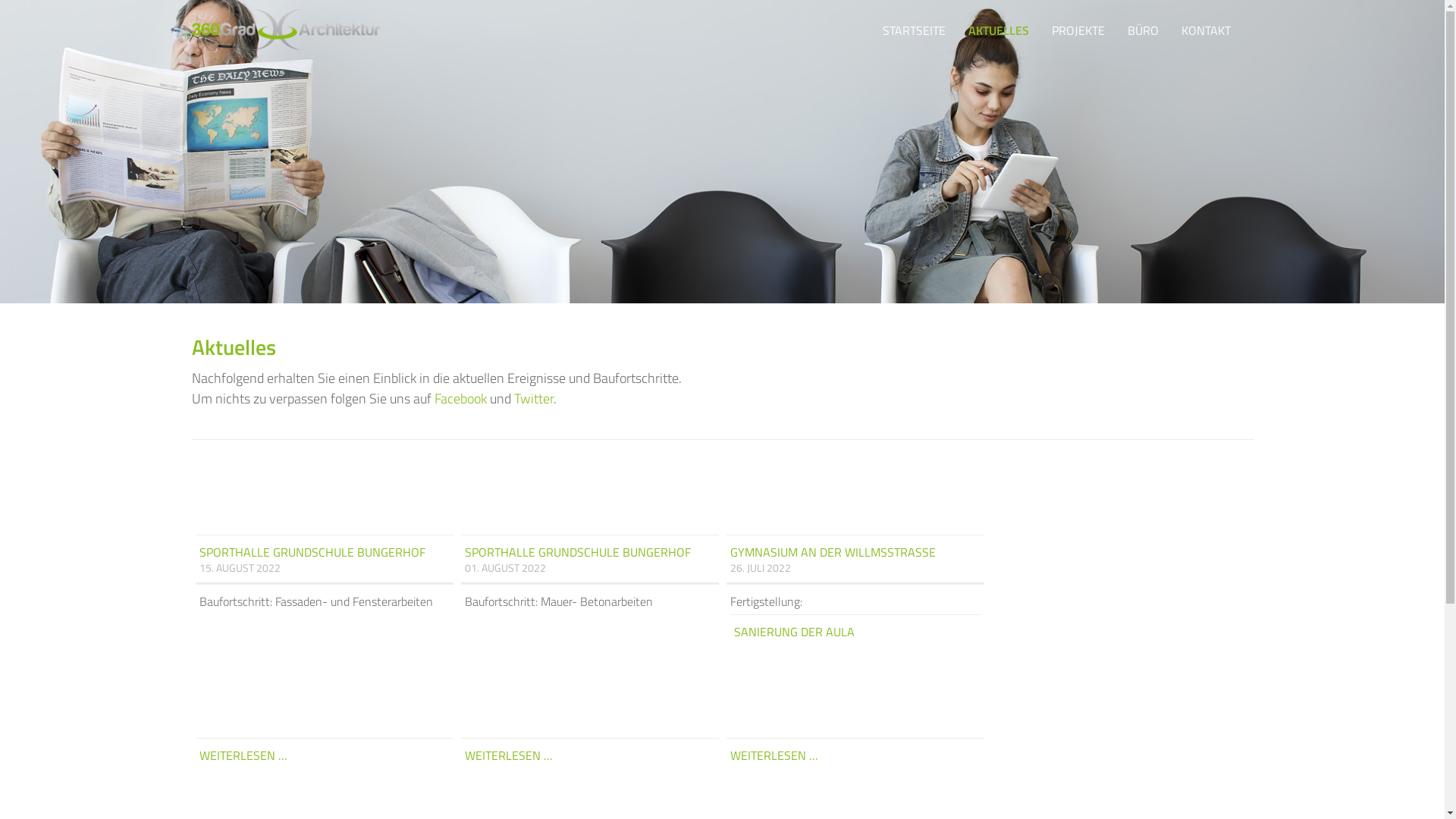 The width and height of the screenshot is (1456, 819). What do you see at coordinates (1076, 30) in the screenshot?
I see `'PROJEKTE'` at bounding box center [1076, 30].